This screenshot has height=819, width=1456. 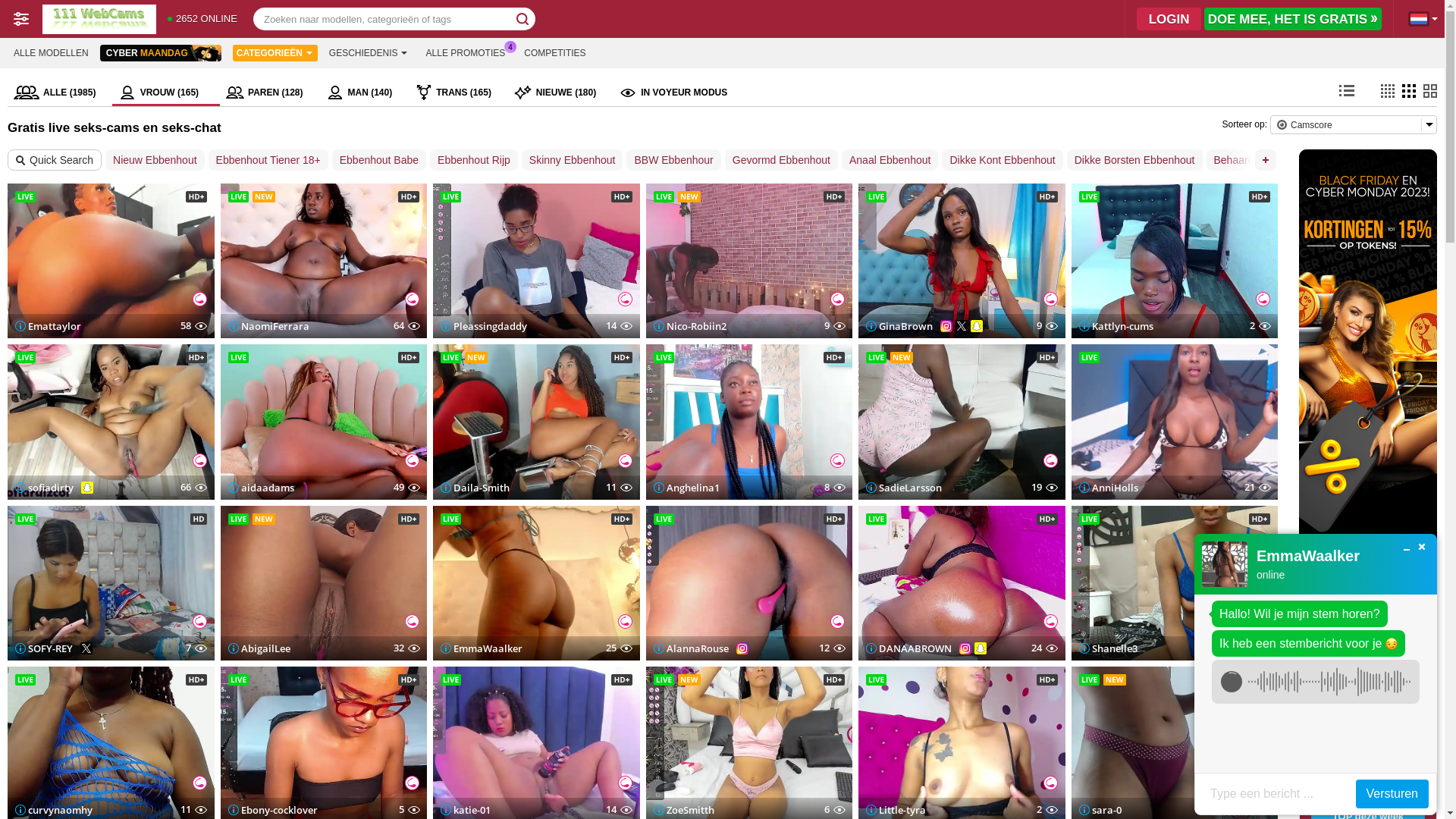 What do you see at coordinates (54, 808) in the screenshot?
I see `'curvynaomhy'` at bounding box center [54, 808].